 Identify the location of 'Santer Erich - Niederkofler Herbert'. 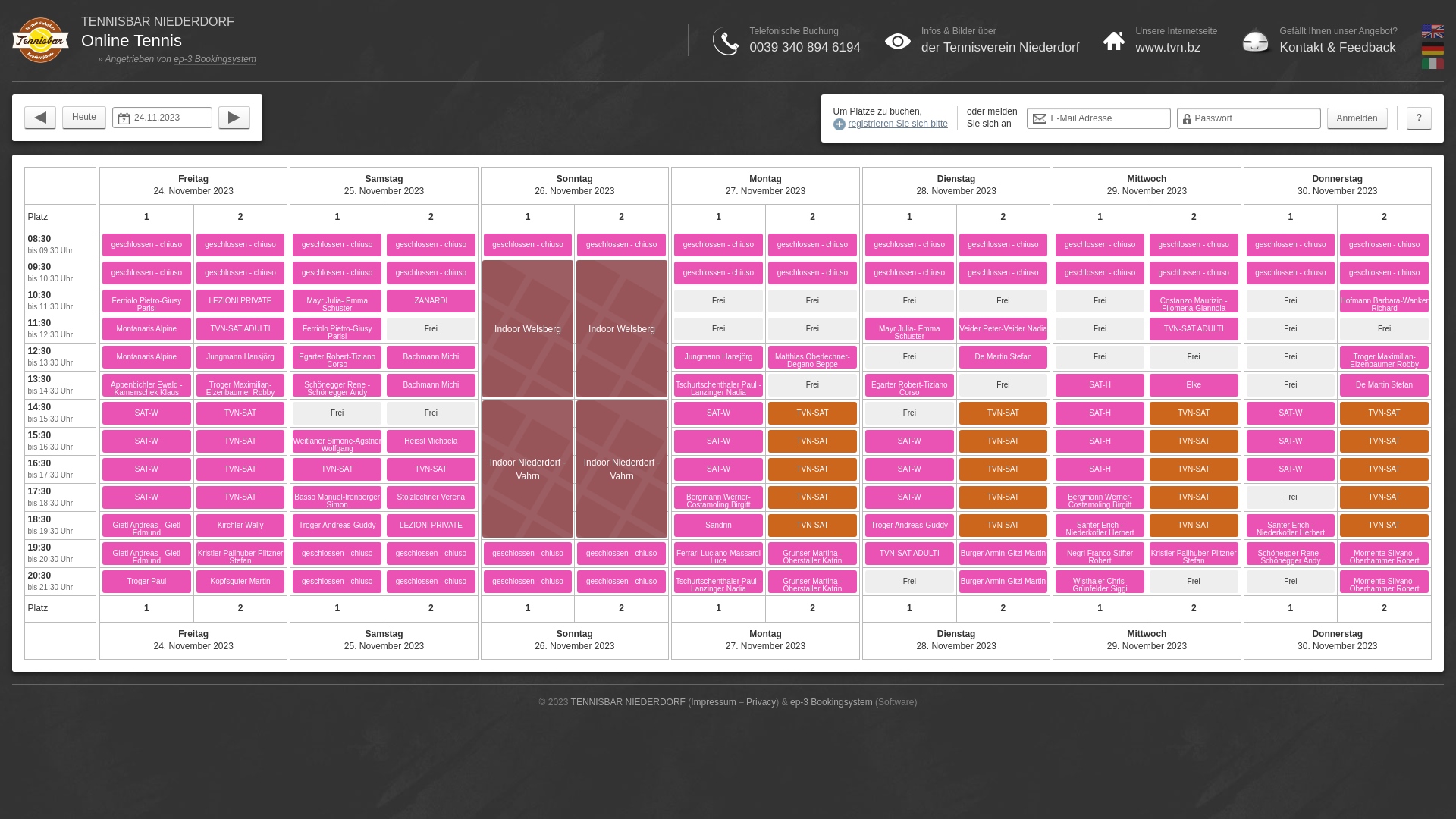
(1290, 525).